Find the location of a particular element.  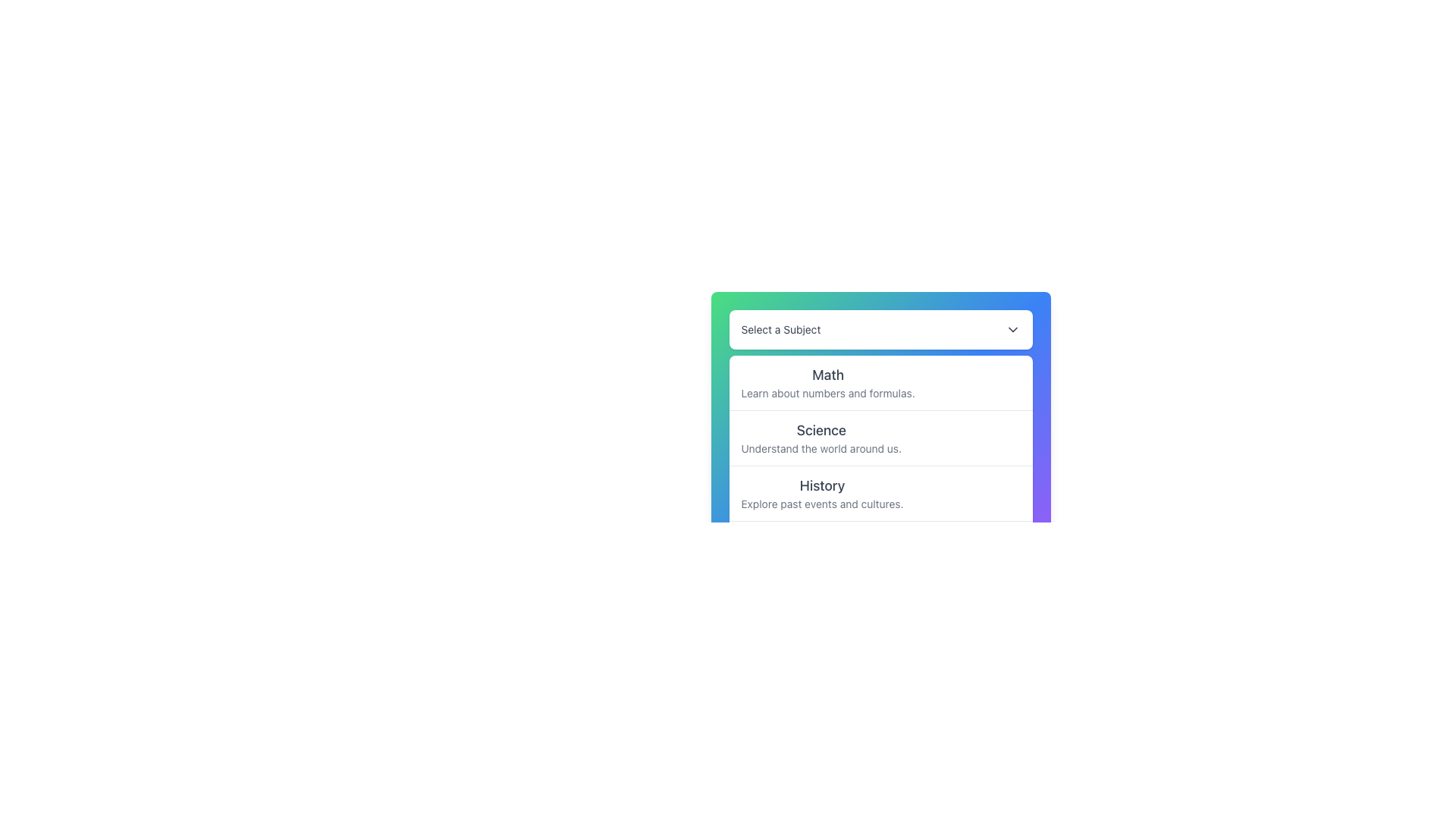

the 'Science' subject title in the list of selectable subjects is located at coordinates (821, 430).